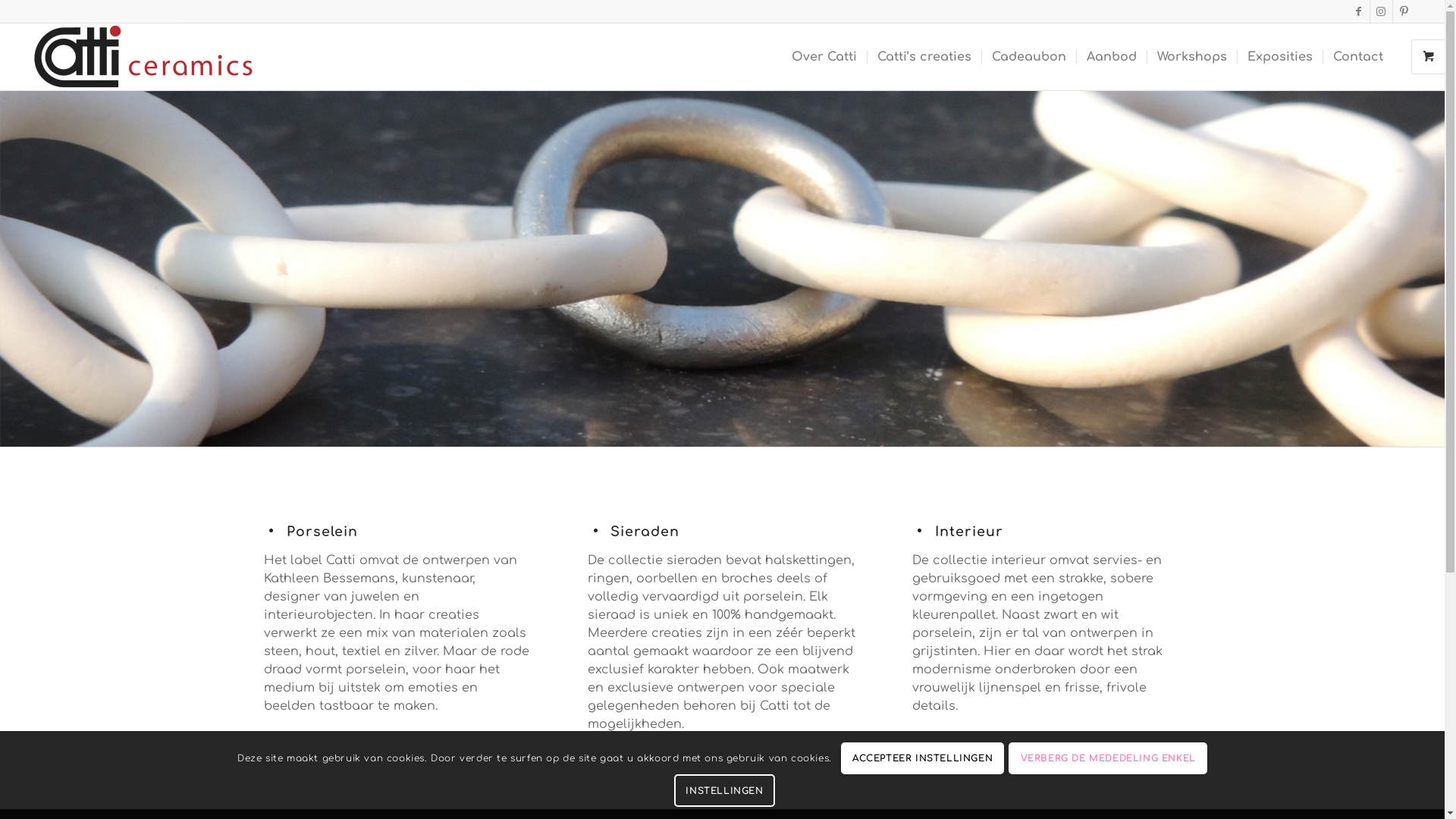  Describe the element at coordinates (1404, 11) in the screenshot. I see `'Pinterest'` at that location.